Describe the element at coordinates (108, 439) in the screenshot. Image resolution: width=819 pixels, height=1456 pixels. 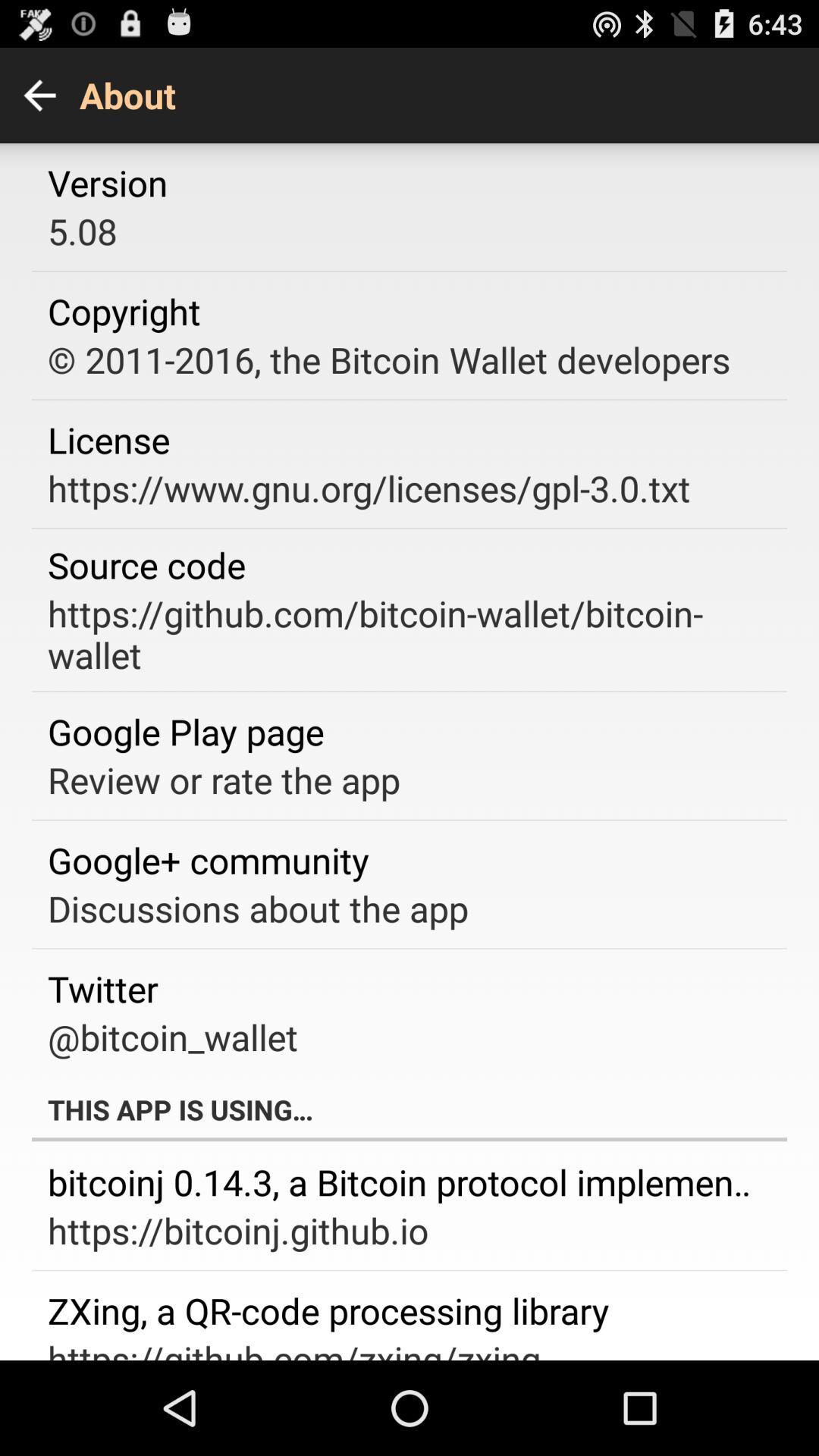
I see `the license icon` at that location.